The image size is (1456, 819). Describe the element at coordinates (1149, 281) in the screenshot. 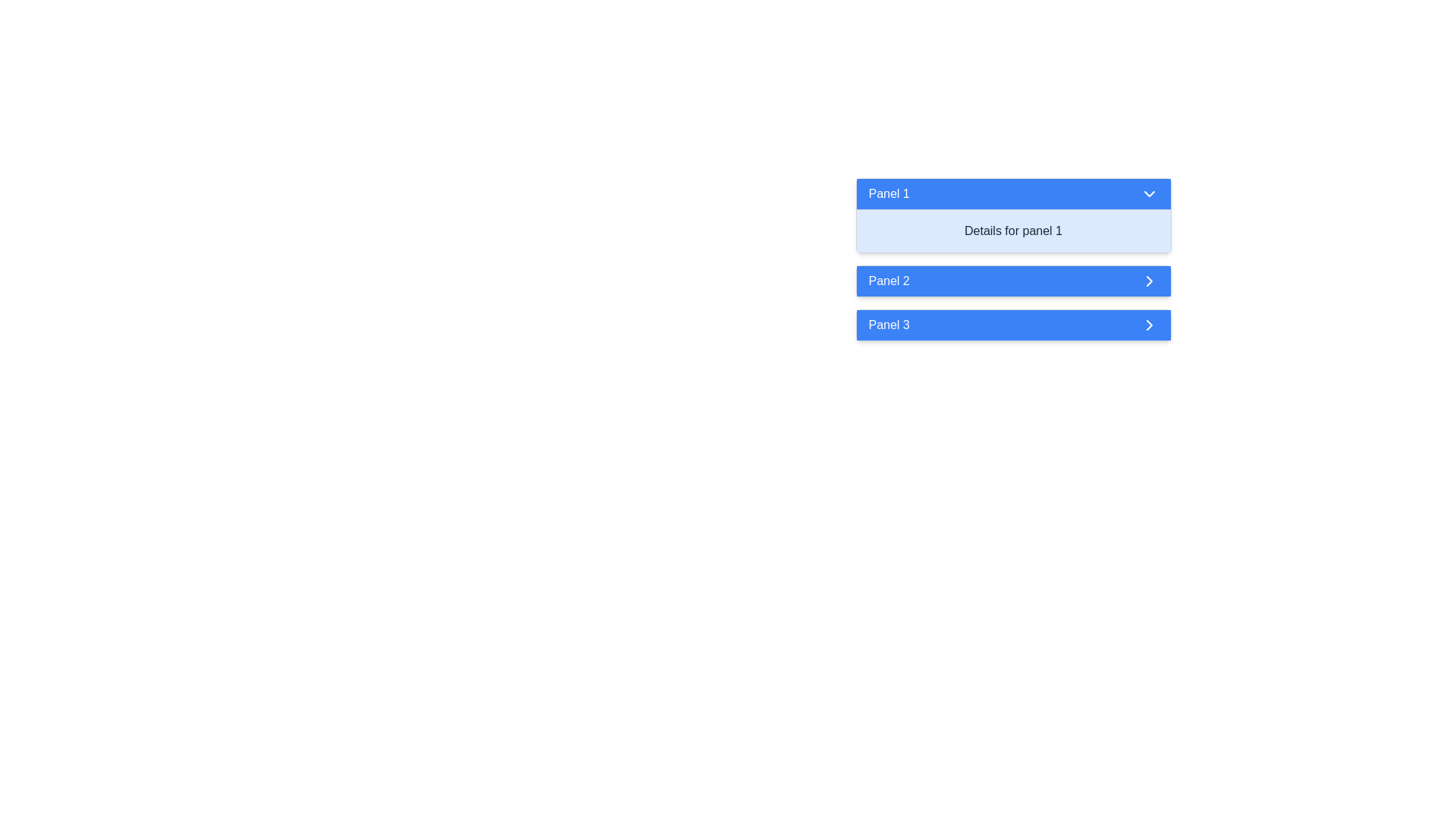

I see `the chevron icon located on the far right of the header of 'Panel 2'` at that location.